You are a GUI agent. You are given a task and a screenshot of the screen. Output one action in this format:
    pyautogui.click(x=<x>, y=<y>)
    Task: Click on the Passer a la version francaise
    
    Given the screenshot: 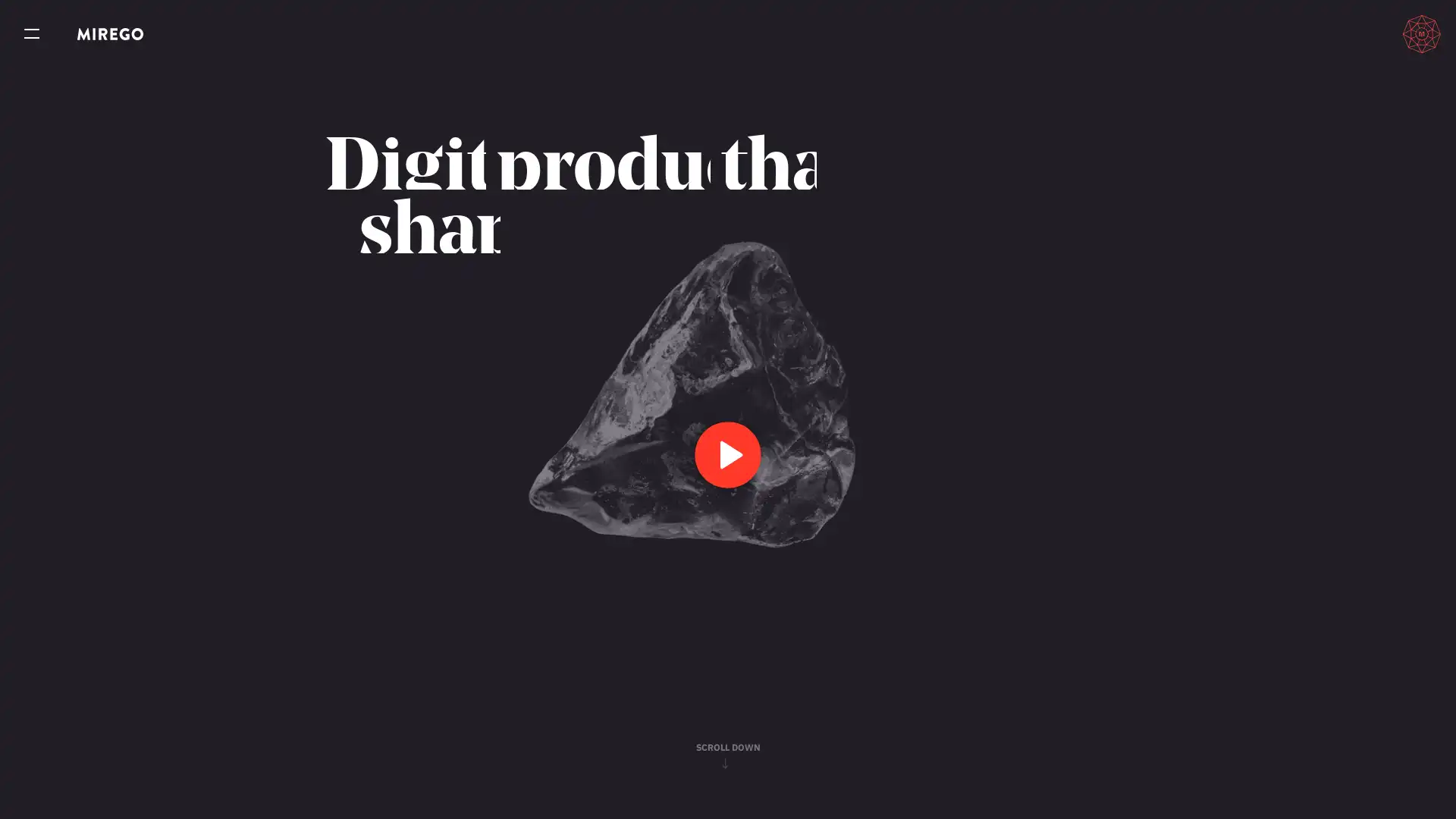 What is the action you would take?
    pyautogui.click(x=1351, y=33)
    